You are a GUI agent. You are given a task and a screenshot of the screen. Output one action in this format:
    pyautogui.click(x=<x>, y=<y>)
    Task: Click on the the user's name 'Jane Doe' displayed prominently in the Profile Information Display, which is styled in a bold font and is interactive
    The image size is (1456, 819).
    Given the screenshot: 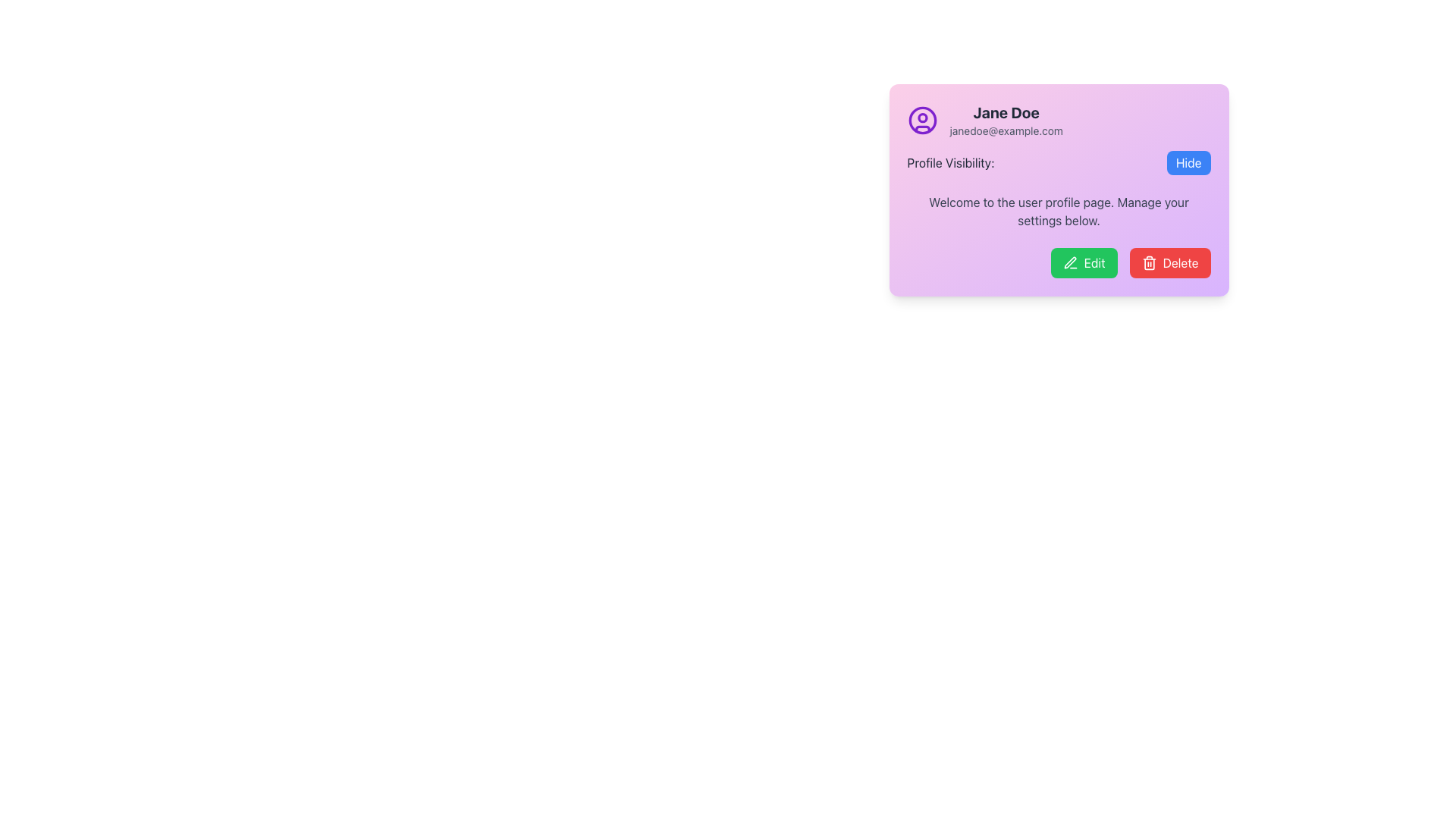 What is the action you would take?
    pyautogui.click(x=1058, y=119)
    